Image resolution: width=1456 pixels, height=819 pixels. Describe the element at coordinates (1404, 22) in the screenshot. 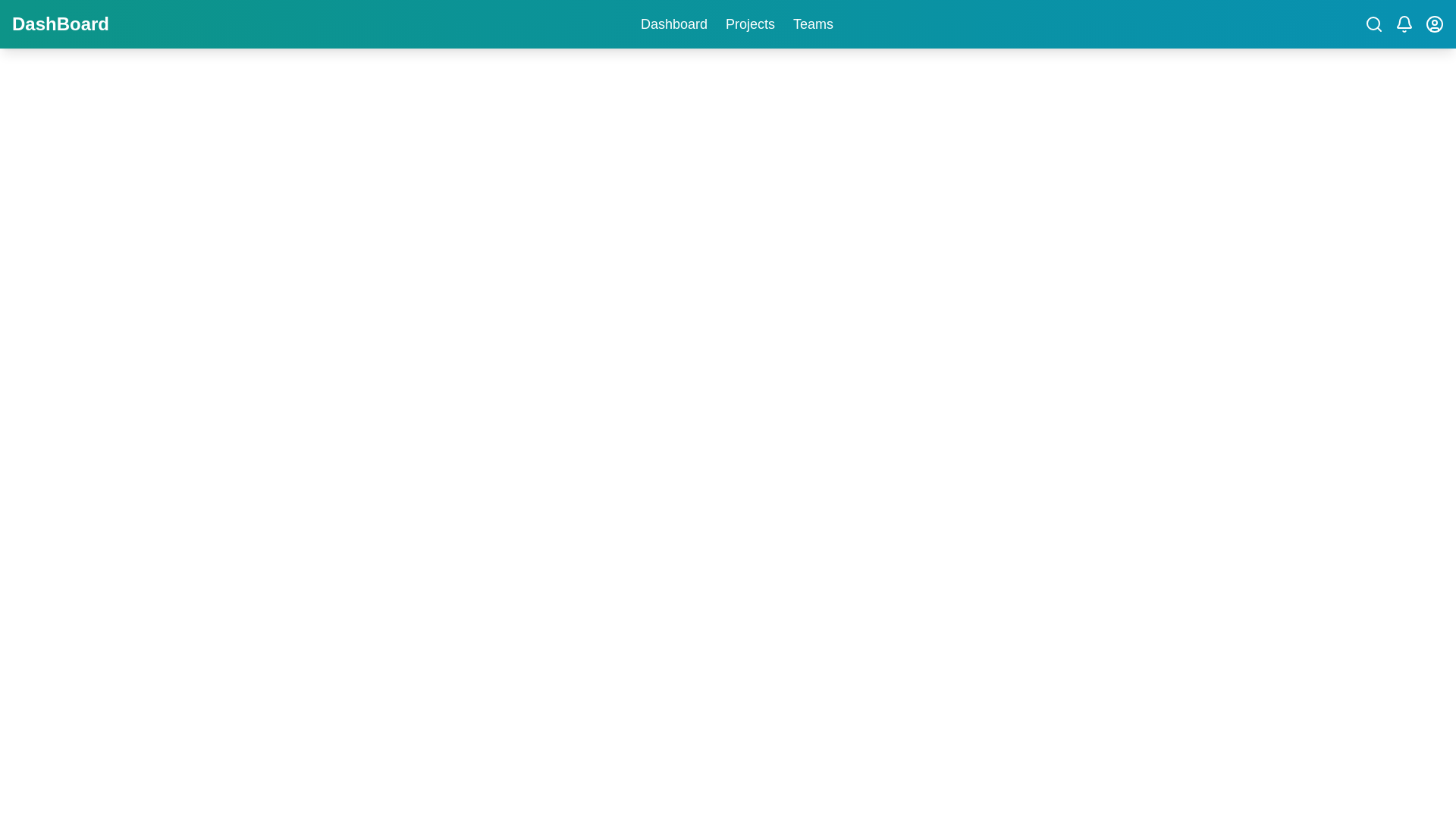

I see `the notification bell icon located in the upper-right corner of the application interface, styled in white against a teal background` at that location.